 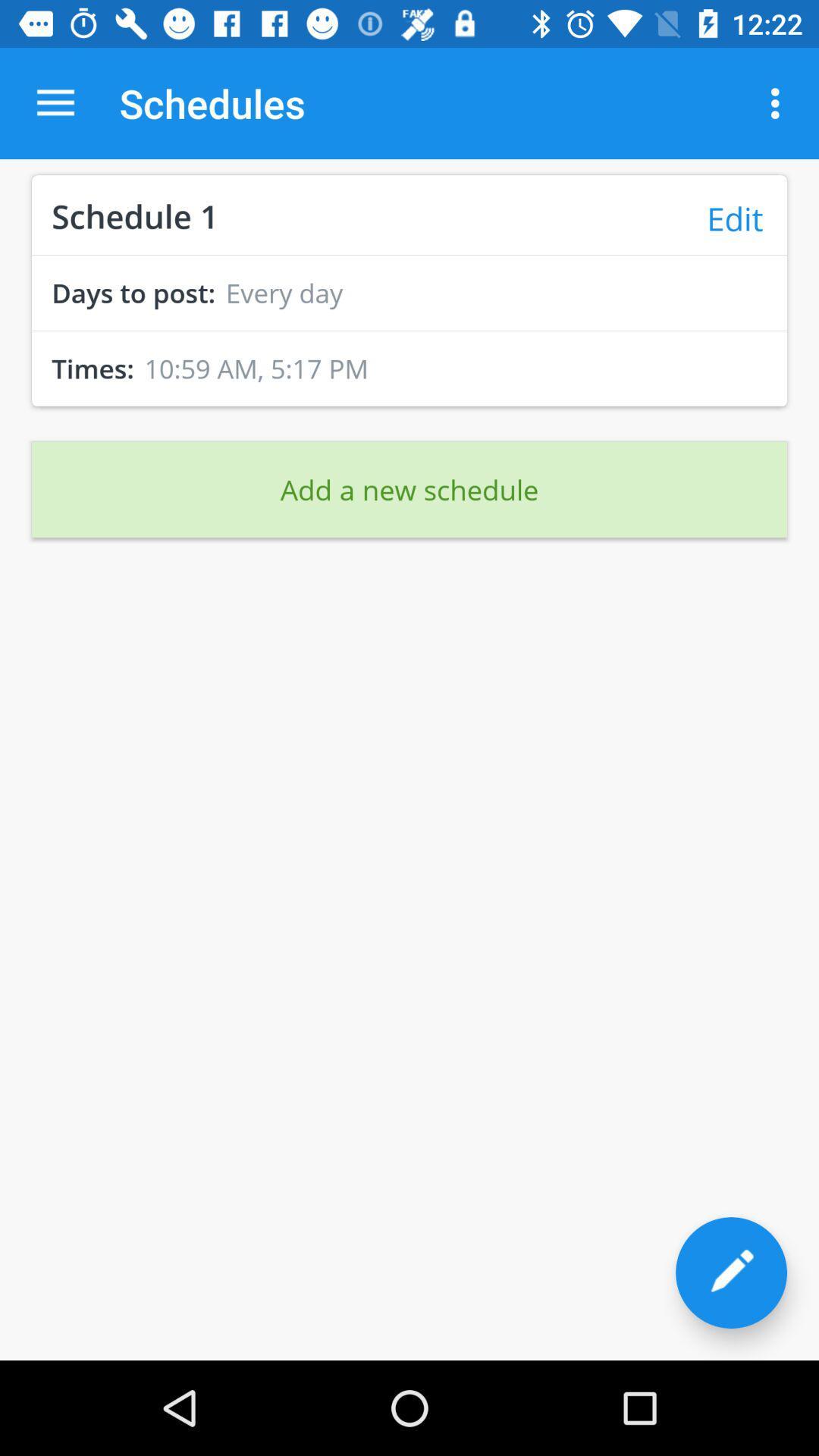 I want to click on item at the center, so click(x=409, y=489).